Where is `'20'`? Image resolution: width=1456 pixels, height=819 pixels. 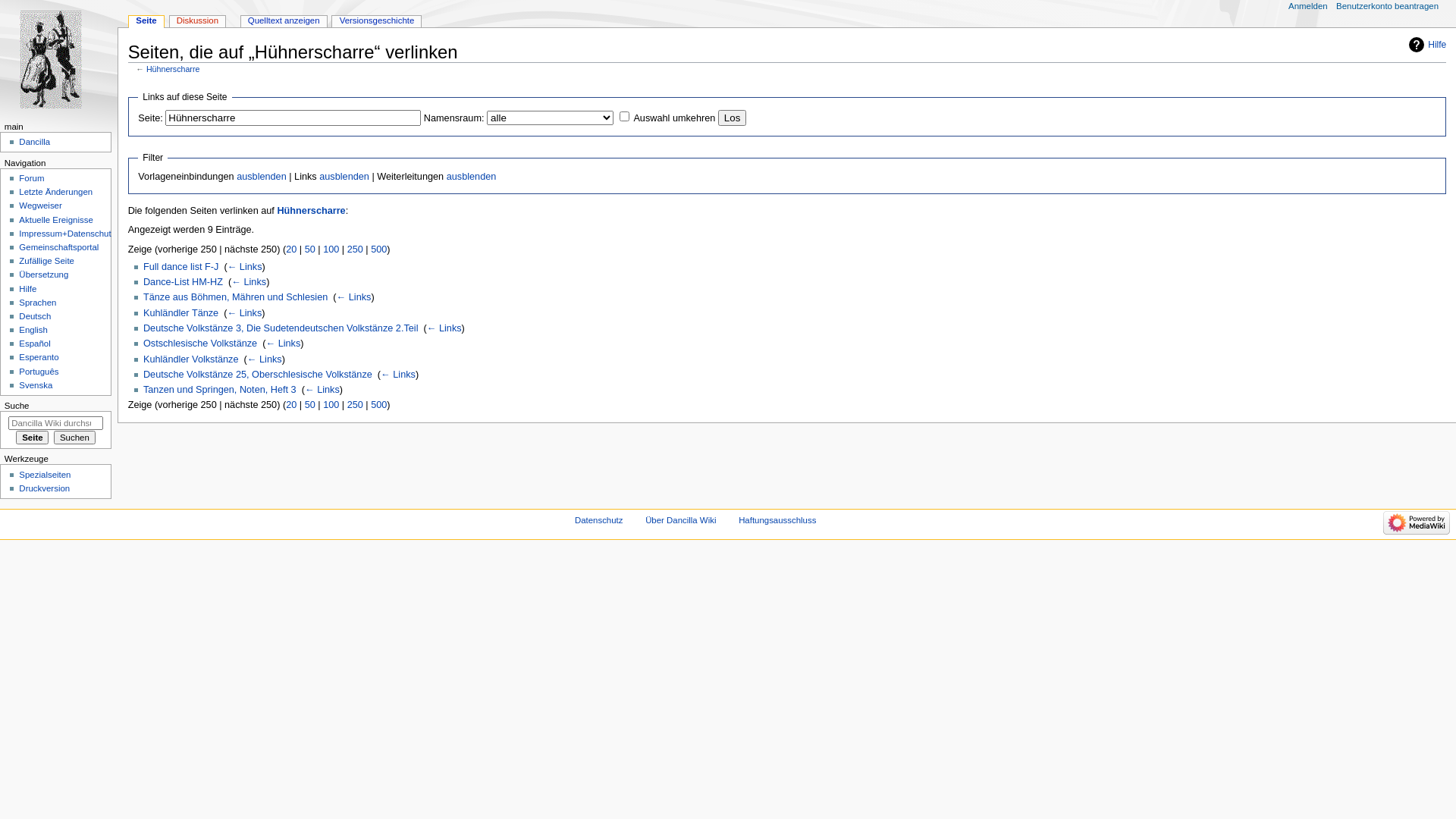
'20' is located at coordinates (291, 403).